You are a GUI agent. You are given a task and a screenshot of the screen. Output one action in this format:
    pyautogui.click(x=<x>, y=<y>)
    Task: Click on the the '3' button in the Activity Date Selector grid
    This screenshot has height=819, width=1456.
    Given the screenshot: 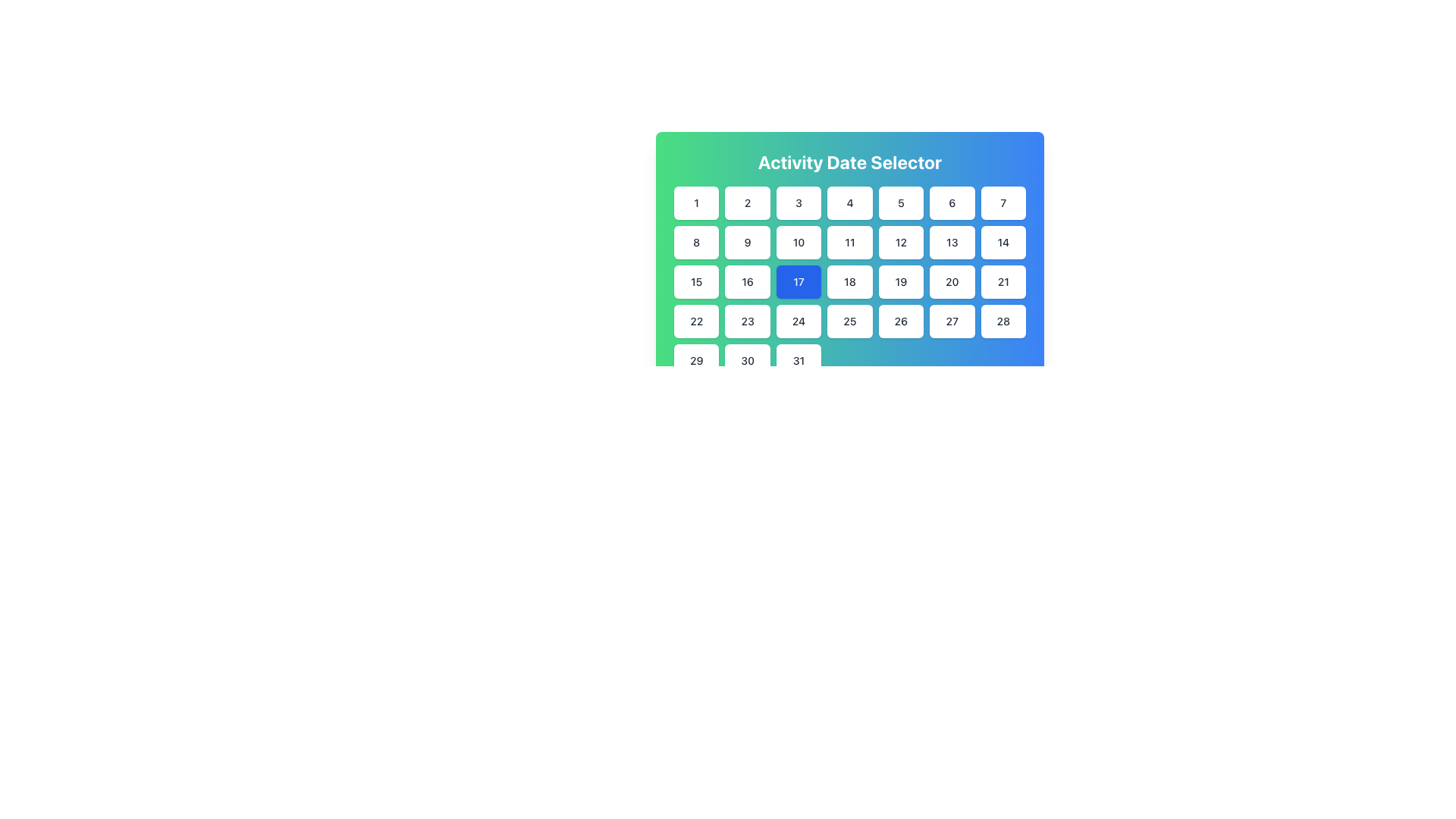 What is the action you would take?
    pyautogui.click(x=798, y=202)
    